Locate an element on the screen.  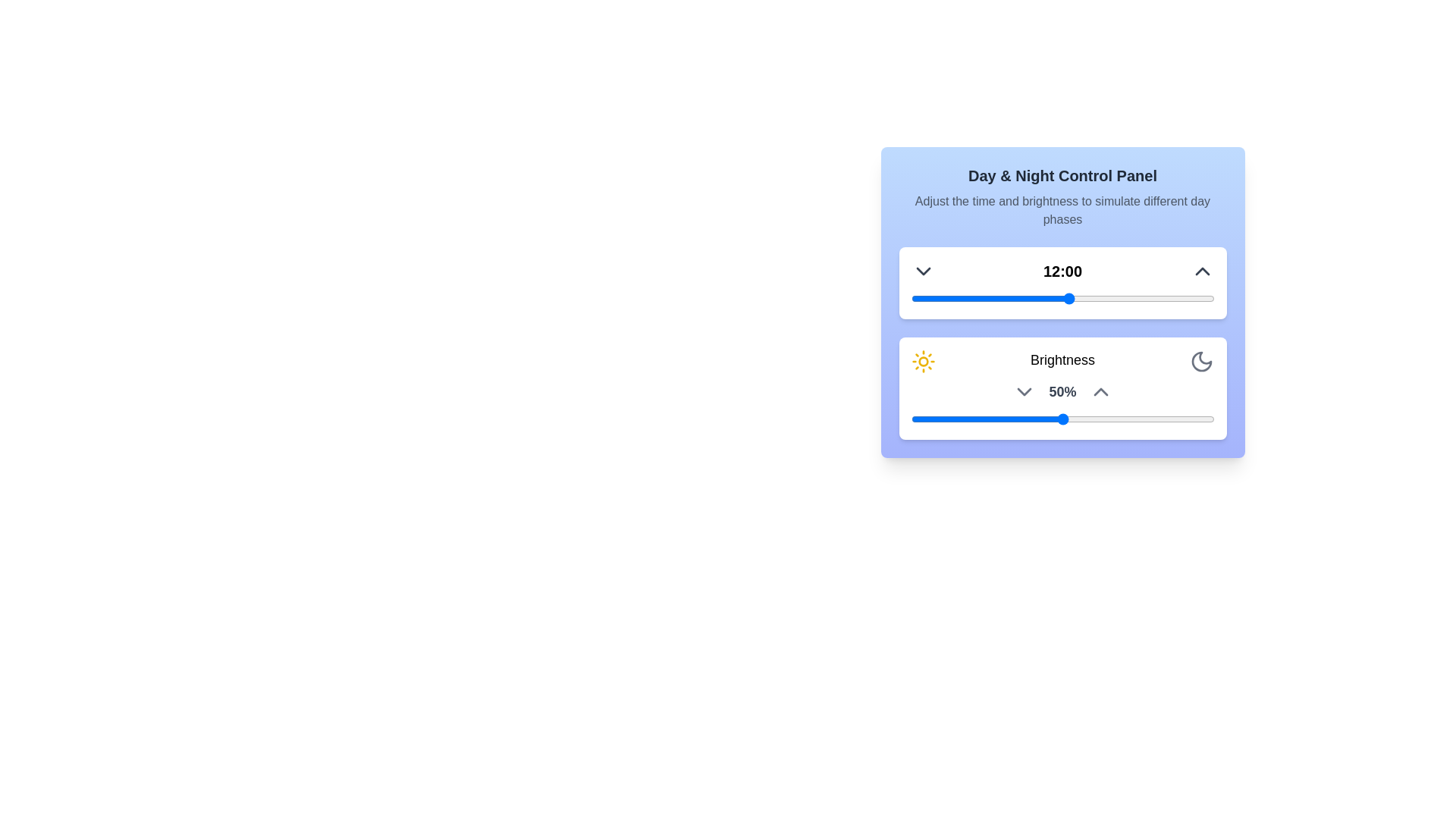
brightness is located at coordinates (996, 419).